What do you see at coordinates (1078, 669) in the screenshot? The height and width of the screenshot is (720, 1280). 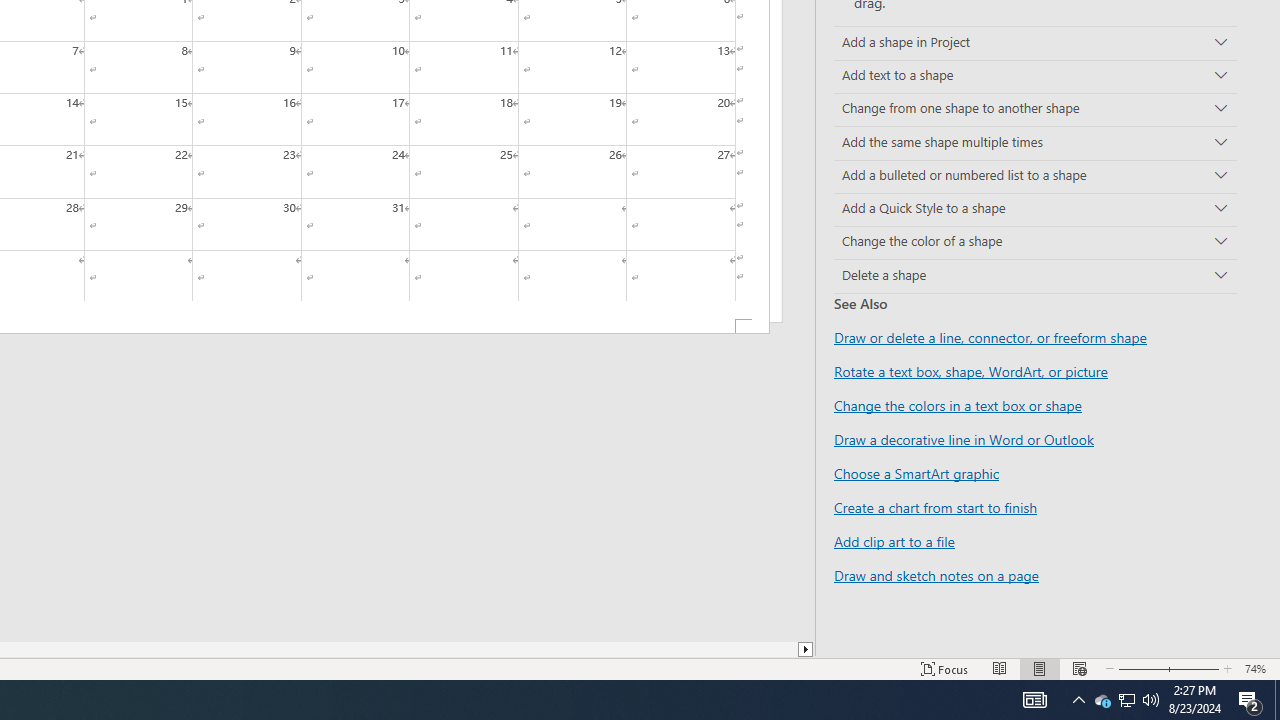 I see `'Web Layout'` at bounding box center [1078, 669].